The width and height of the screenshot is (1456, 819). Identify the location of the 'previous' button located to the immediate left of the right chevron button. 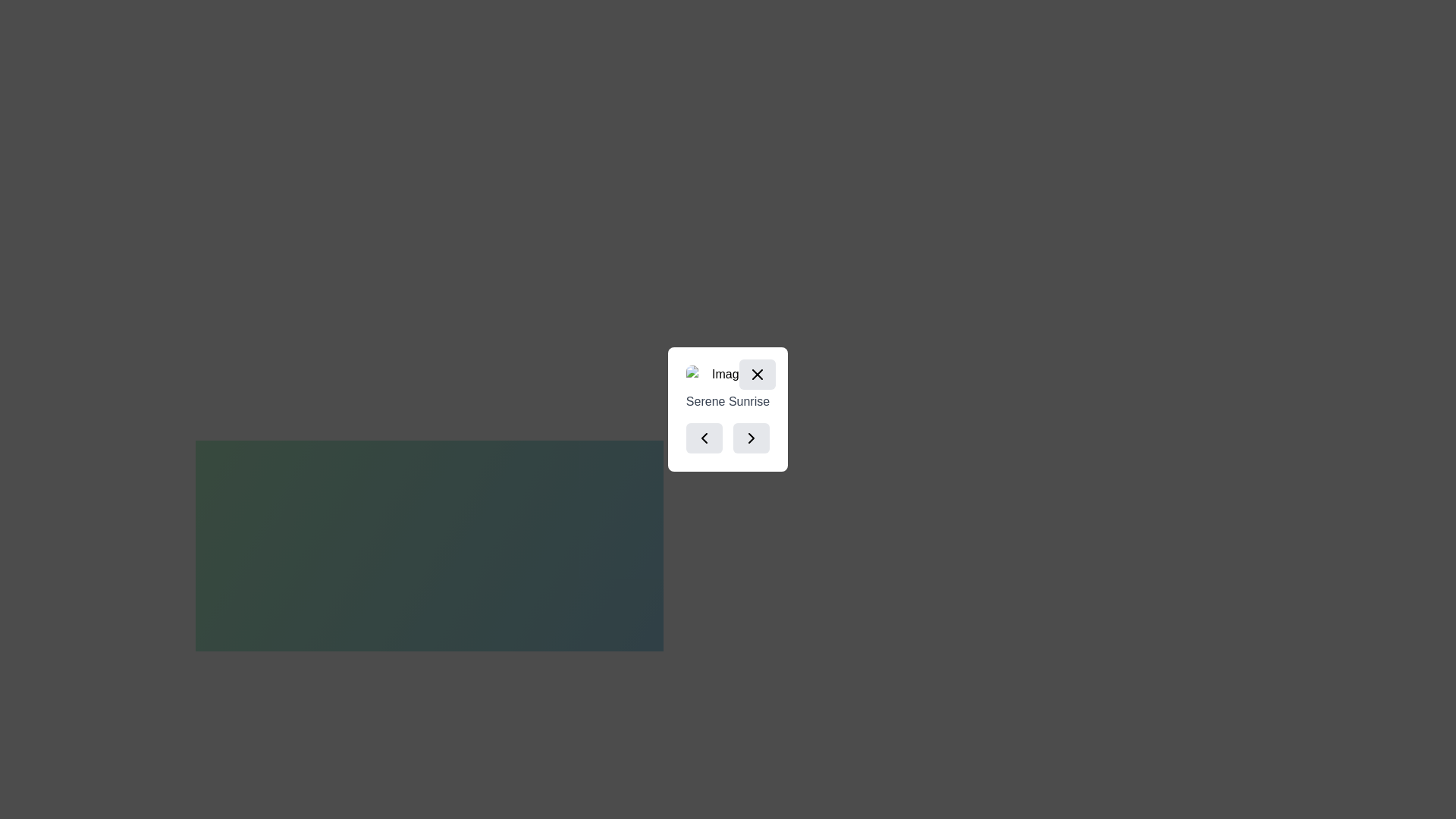
(703, 438).